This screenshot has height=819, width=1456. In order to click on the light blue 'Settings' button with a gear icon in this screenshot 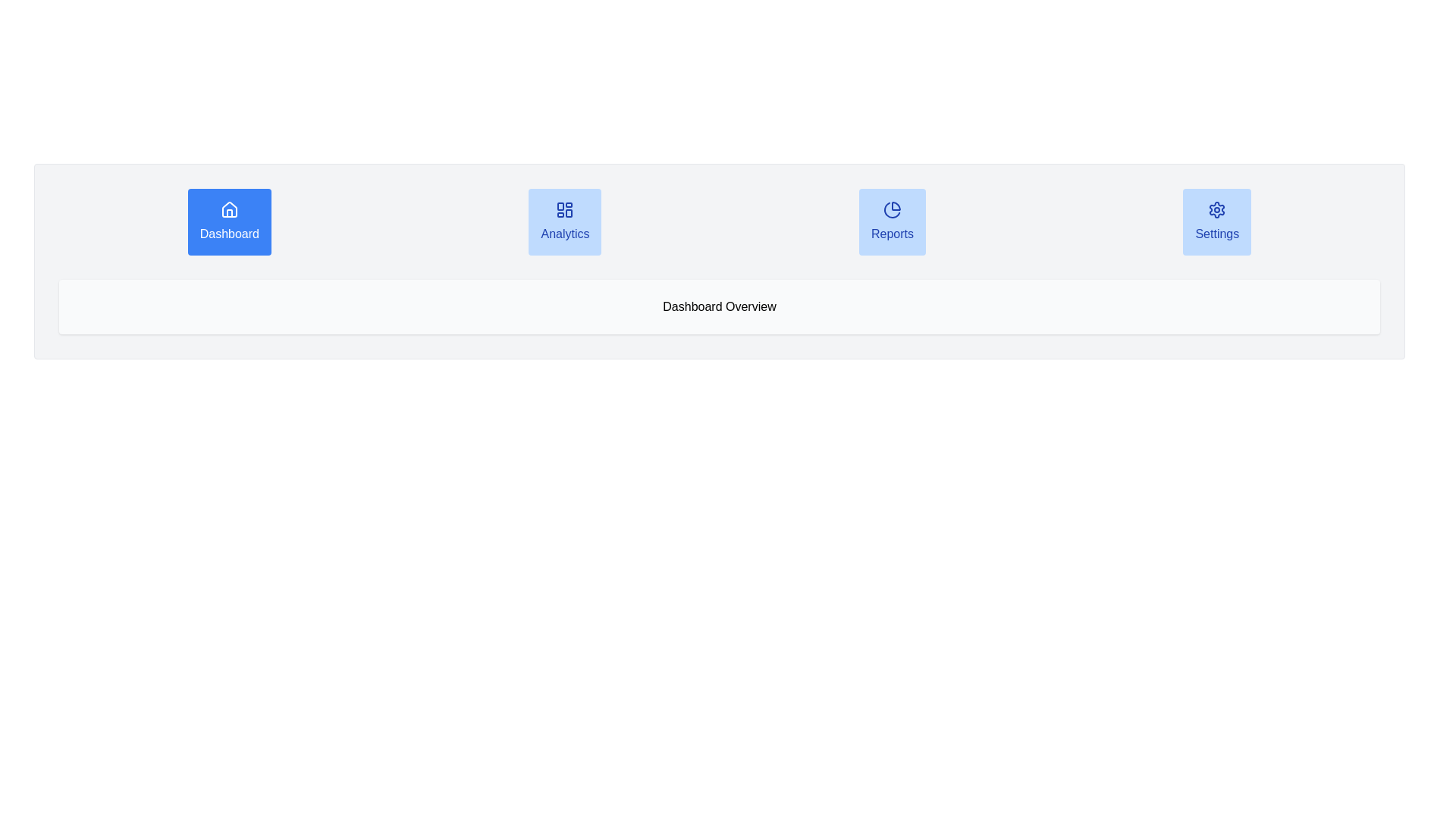, I will do `click(1217, 222)`.